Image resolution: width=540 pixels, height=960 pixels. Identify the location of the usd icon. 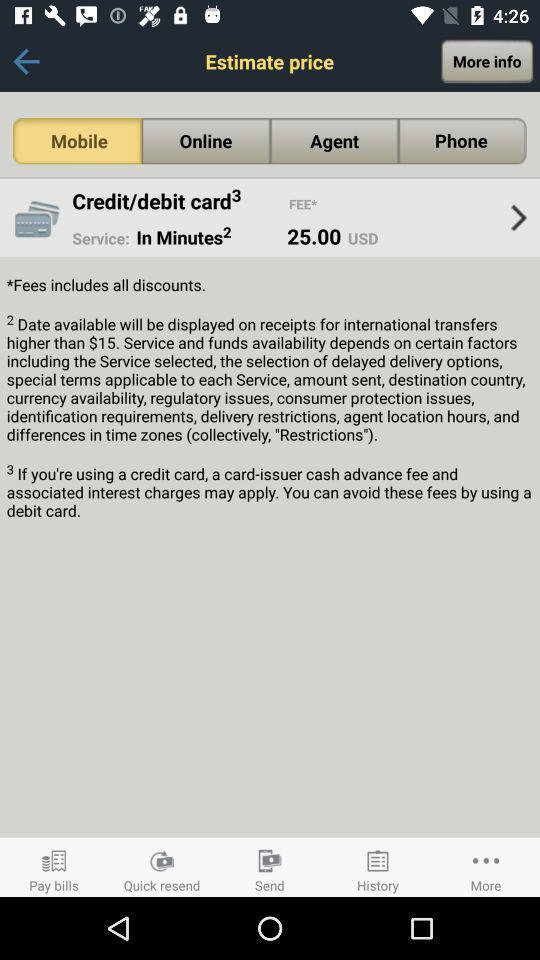
(358, 238).